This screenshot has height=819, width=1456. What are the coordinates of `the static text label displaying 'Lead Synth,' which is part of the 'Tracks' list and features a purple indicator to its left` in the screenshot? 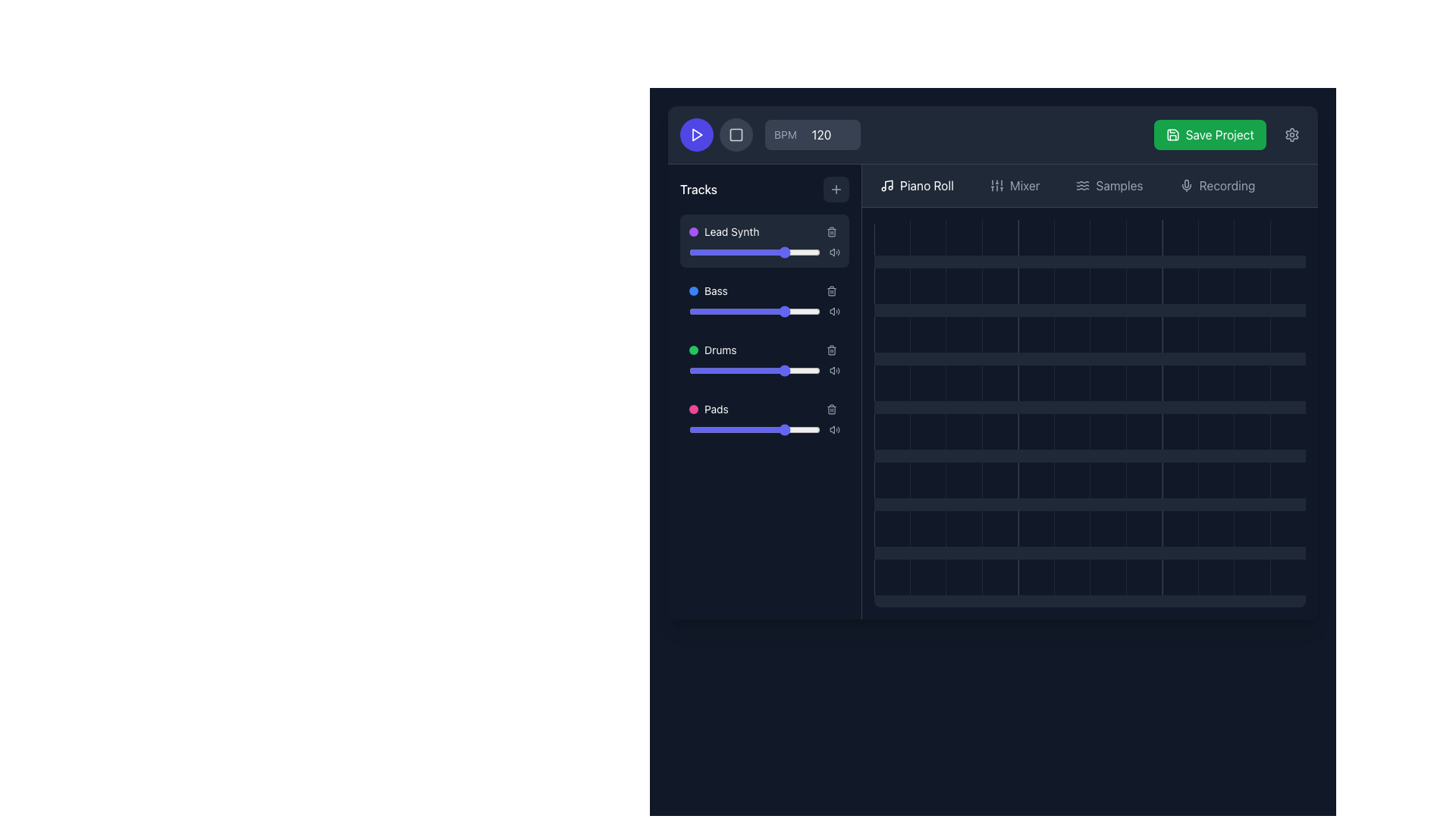 It's located at (732, 231).